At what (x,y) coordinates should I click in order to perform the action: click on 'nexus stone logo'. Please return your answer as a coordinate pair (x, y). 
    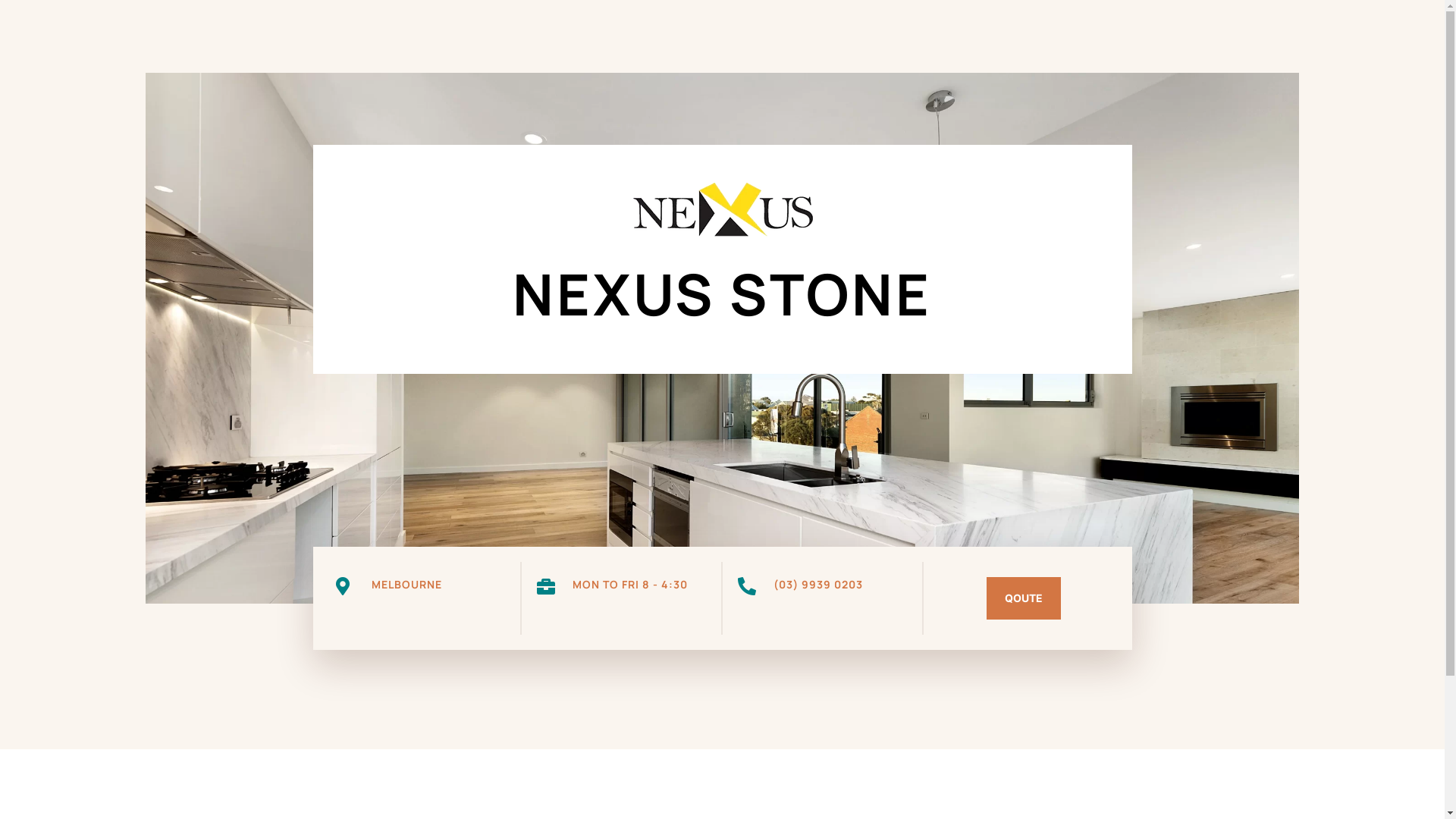
    Looking at the image, I should click on (721, 211).